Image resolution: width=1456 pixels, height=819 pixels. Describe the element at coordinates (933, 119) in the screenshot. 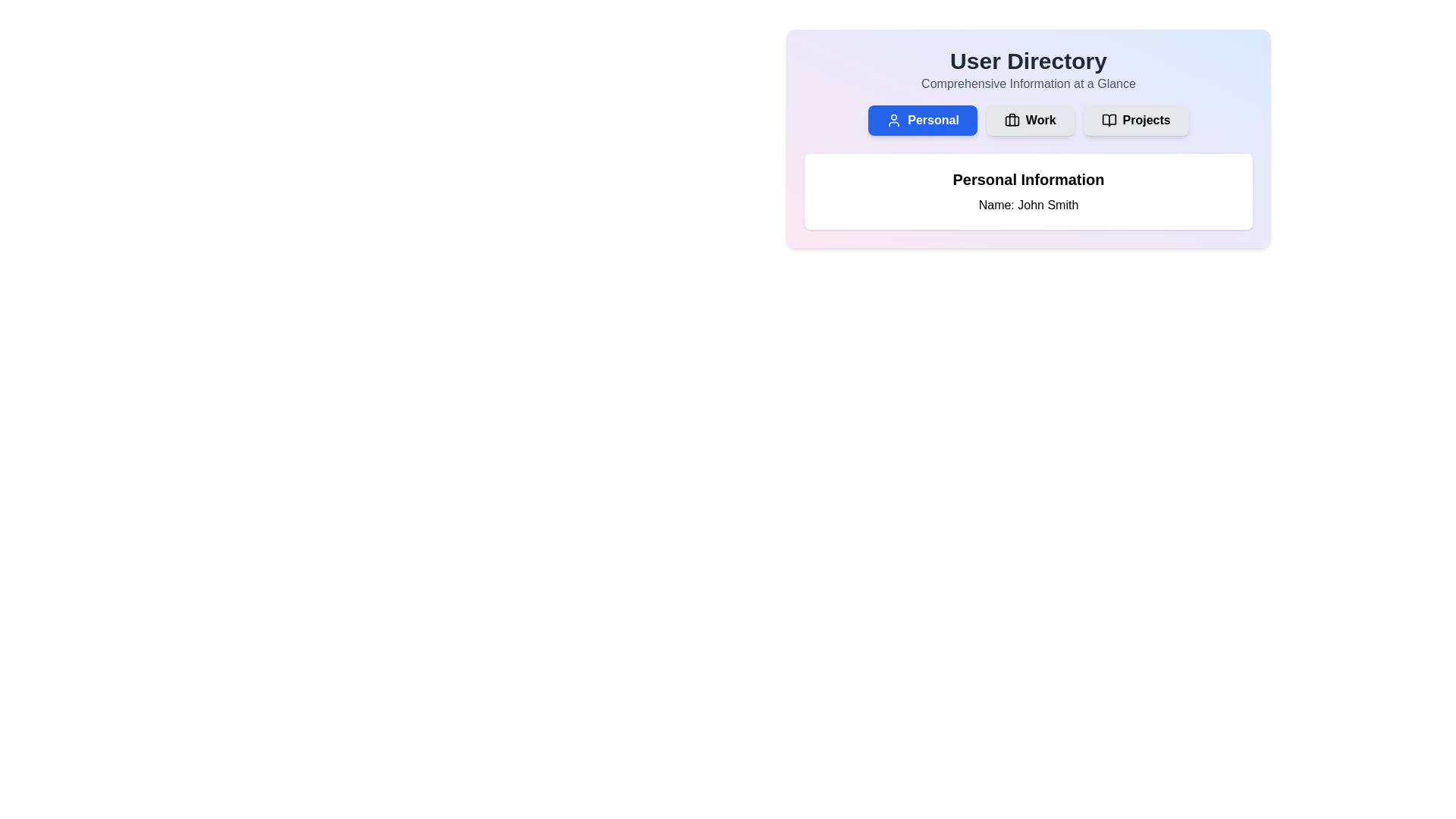

I see `the 'Personal' text label, which is styled in white on a blue background and is located at the top left corner of the first button in a button group near the top-center of the interface` at that location.